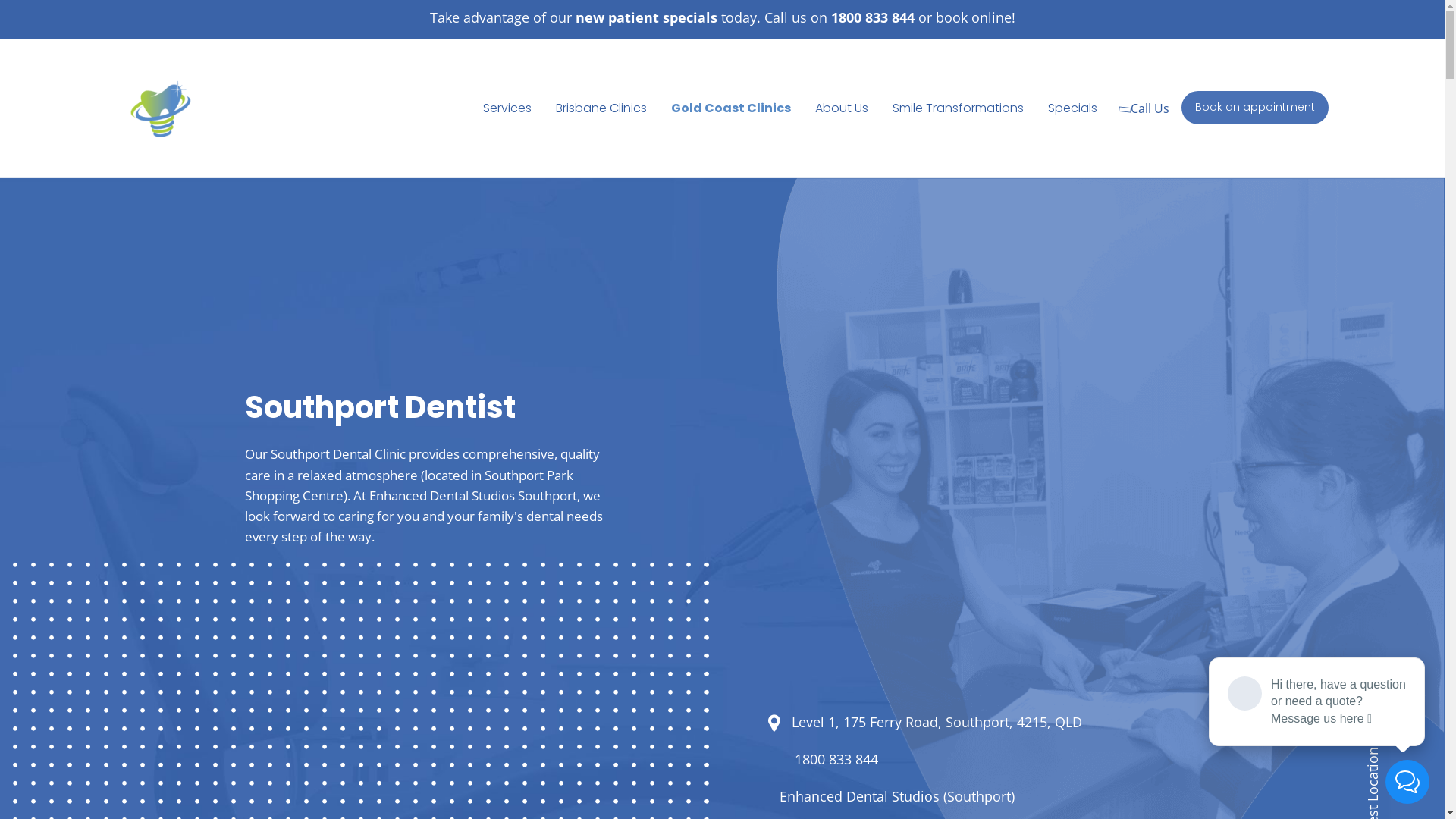 The width and height of the screenshot is (1456, 819). I want to click on 'Enhanced Dental Studios (Southport)', so click(896, 795).